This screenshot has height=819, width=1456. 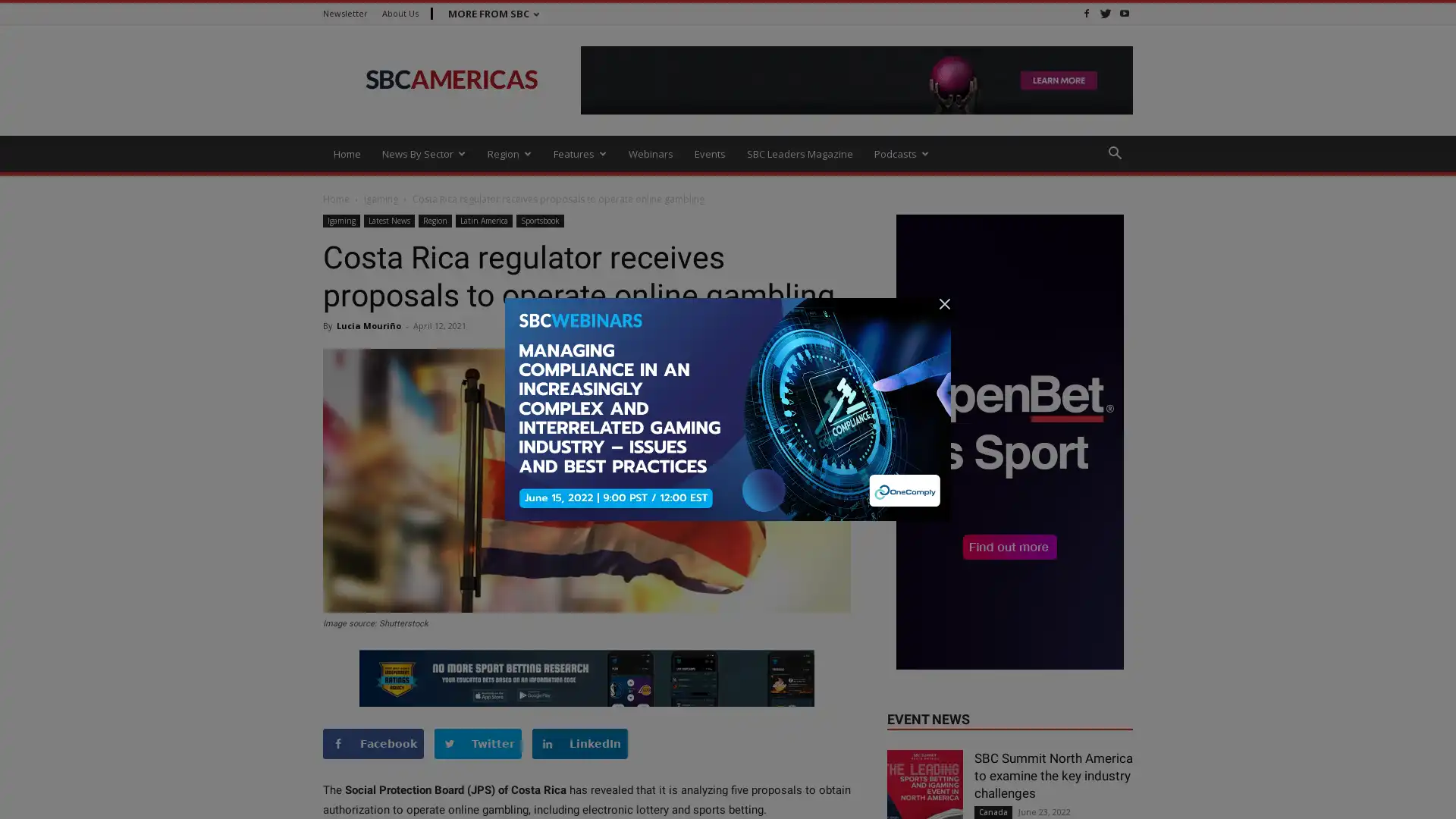 I want to click on Close, so click(x=1429, y=789).